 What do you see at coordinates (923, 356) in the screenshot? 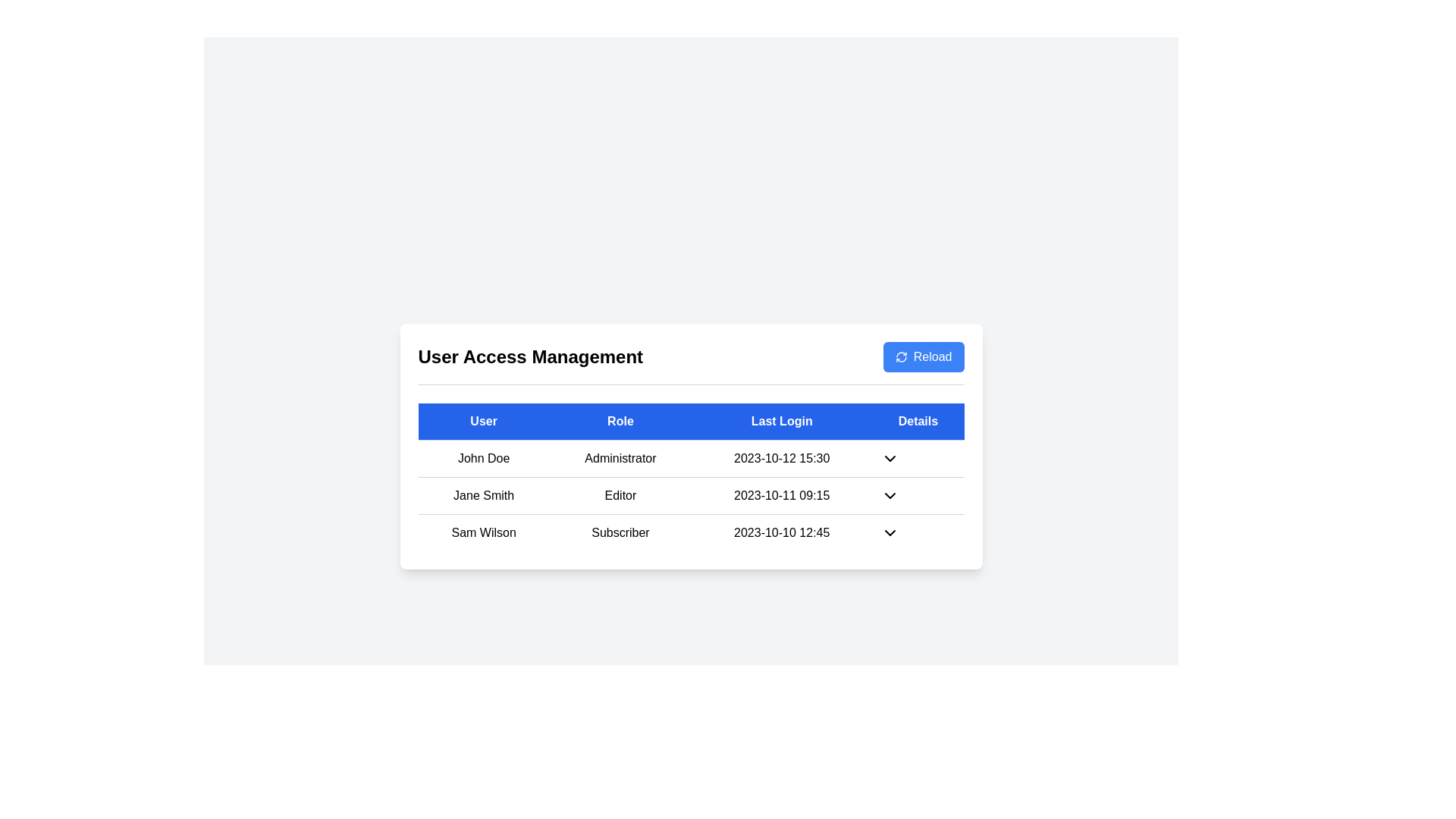
I see `the 'Reload' button with a blue background and circular arrow icon` at bounding box center [923, 356].